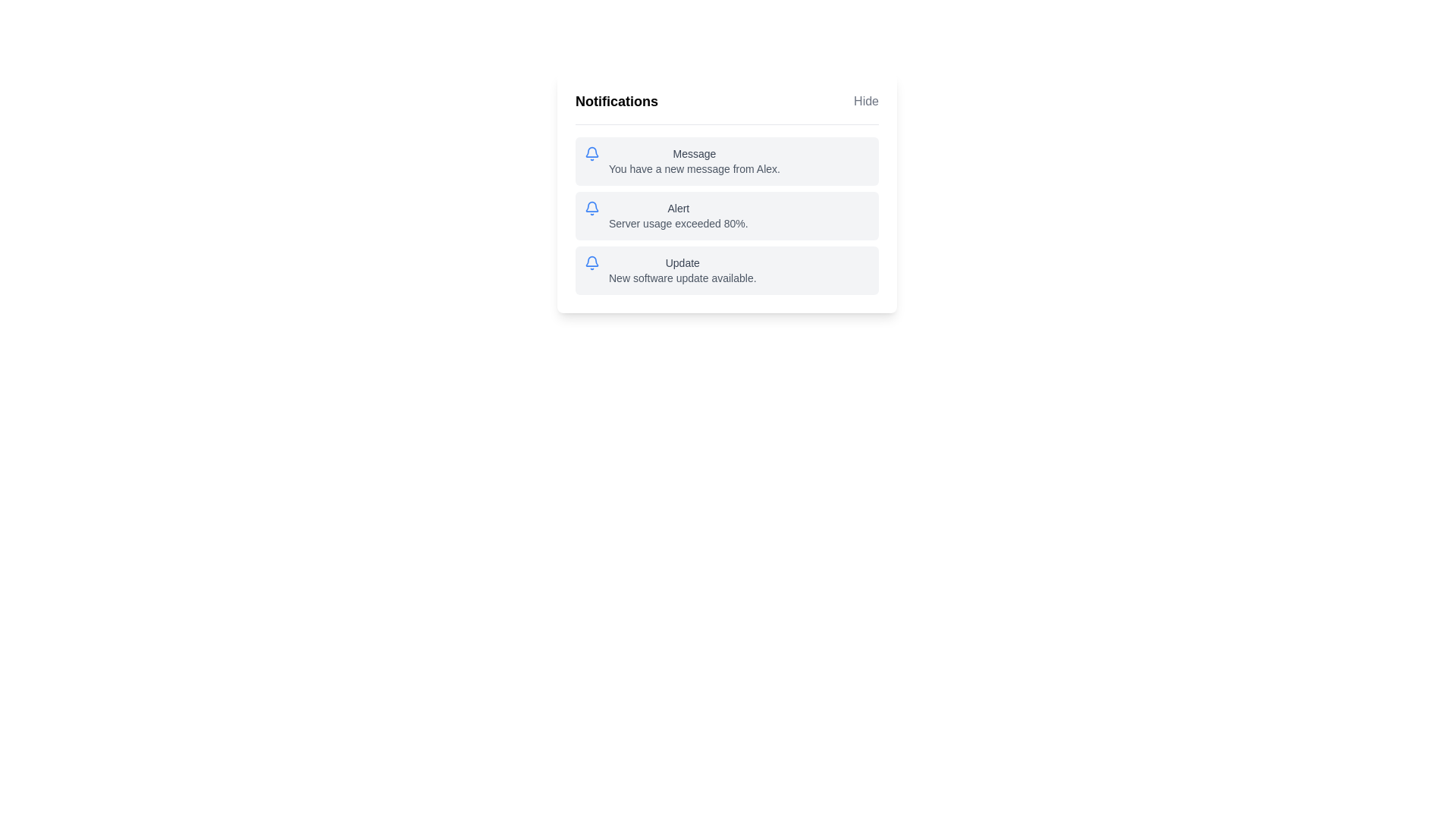  Describe the element at coordinates (726, 161) in the screenshot. I see `the first notification item that displays a new message from Alex` at that location.